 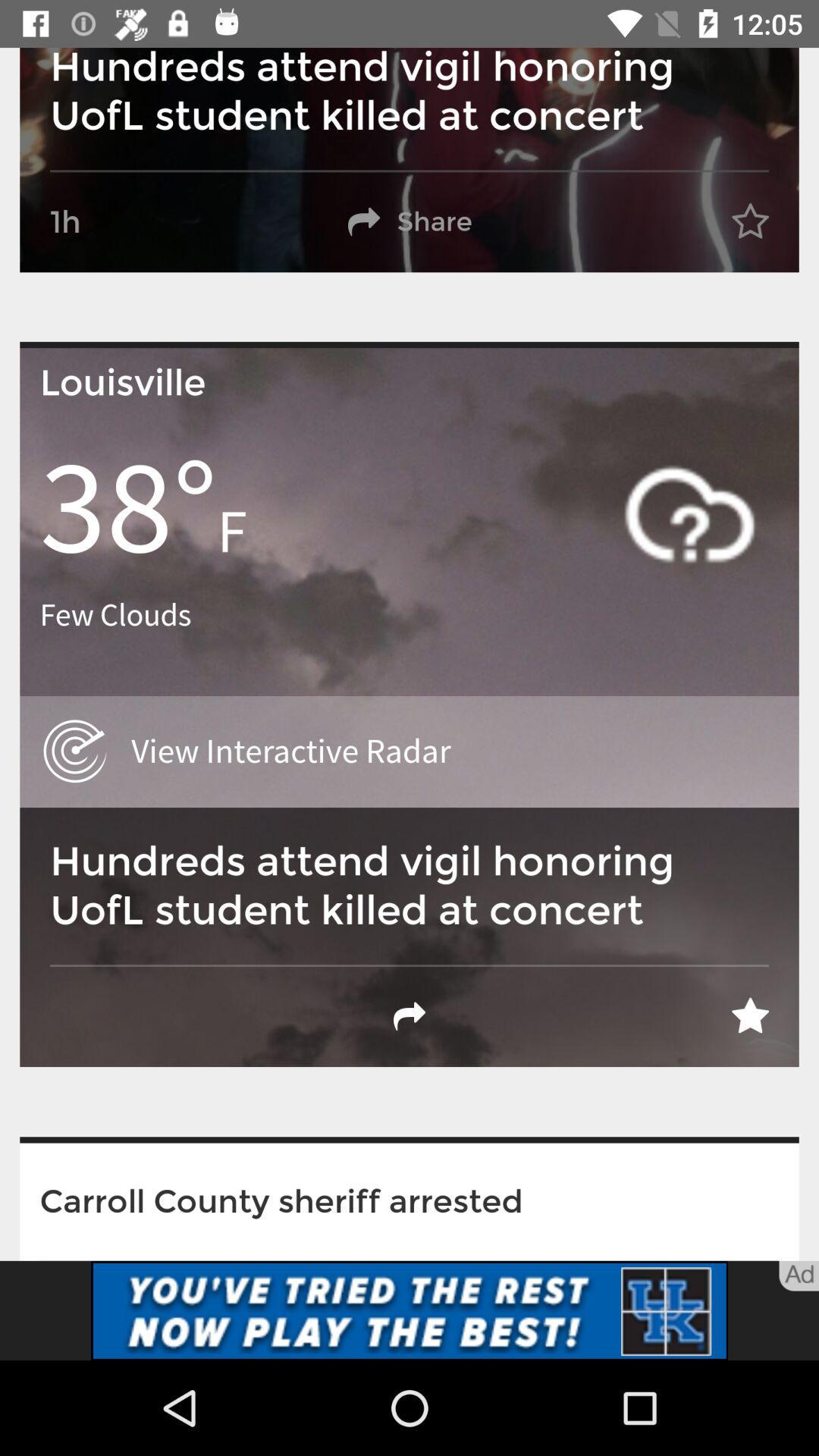 What do you see at coordinates (409, 1310) in the screenshot?
I see `the add page` at bounding box center [409, 1310].